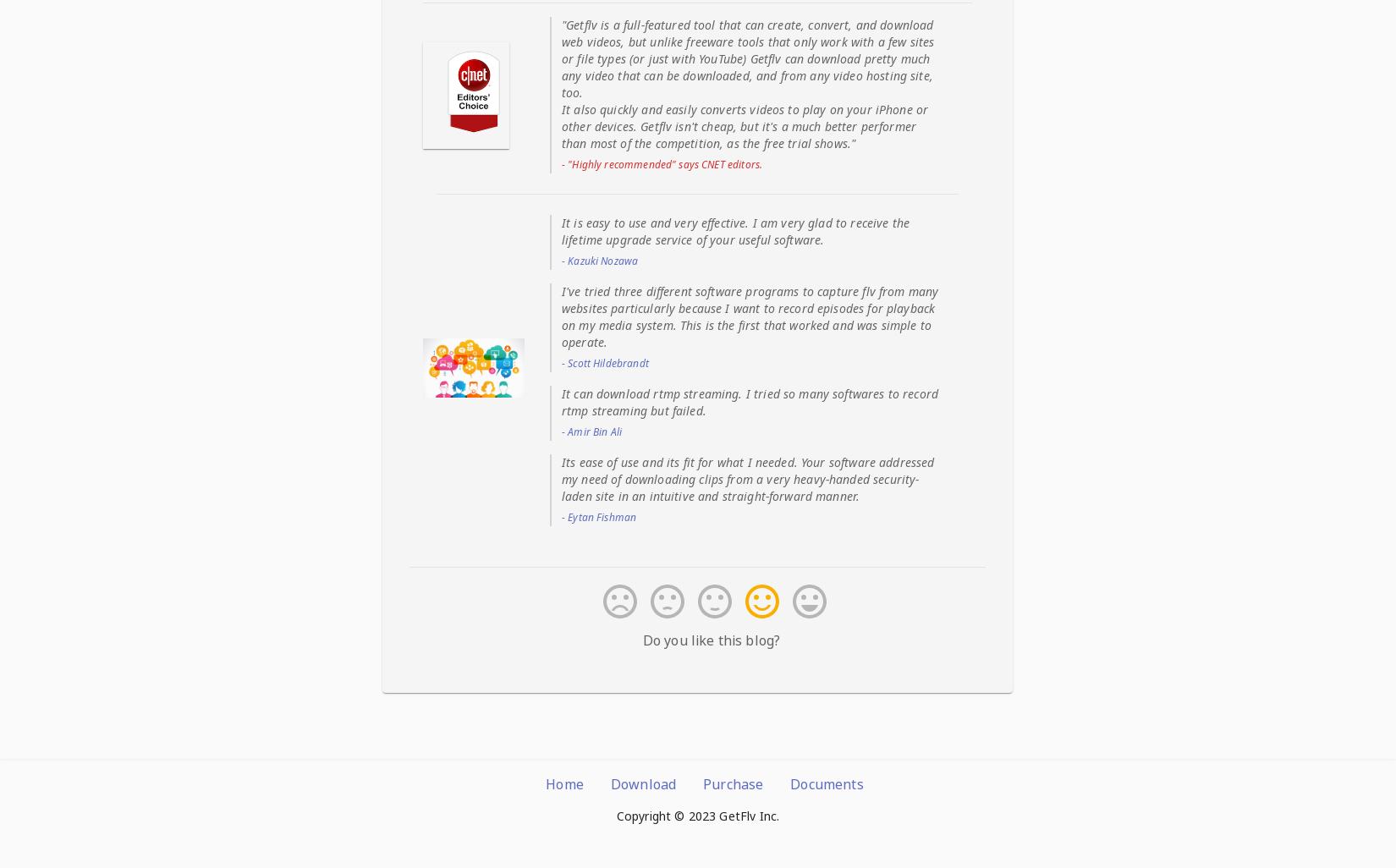 The height and width of the screenshot is (868, 1396). Describe the element at coordinates (686, 815) in the screenshot. I see `'2023'` at that location.